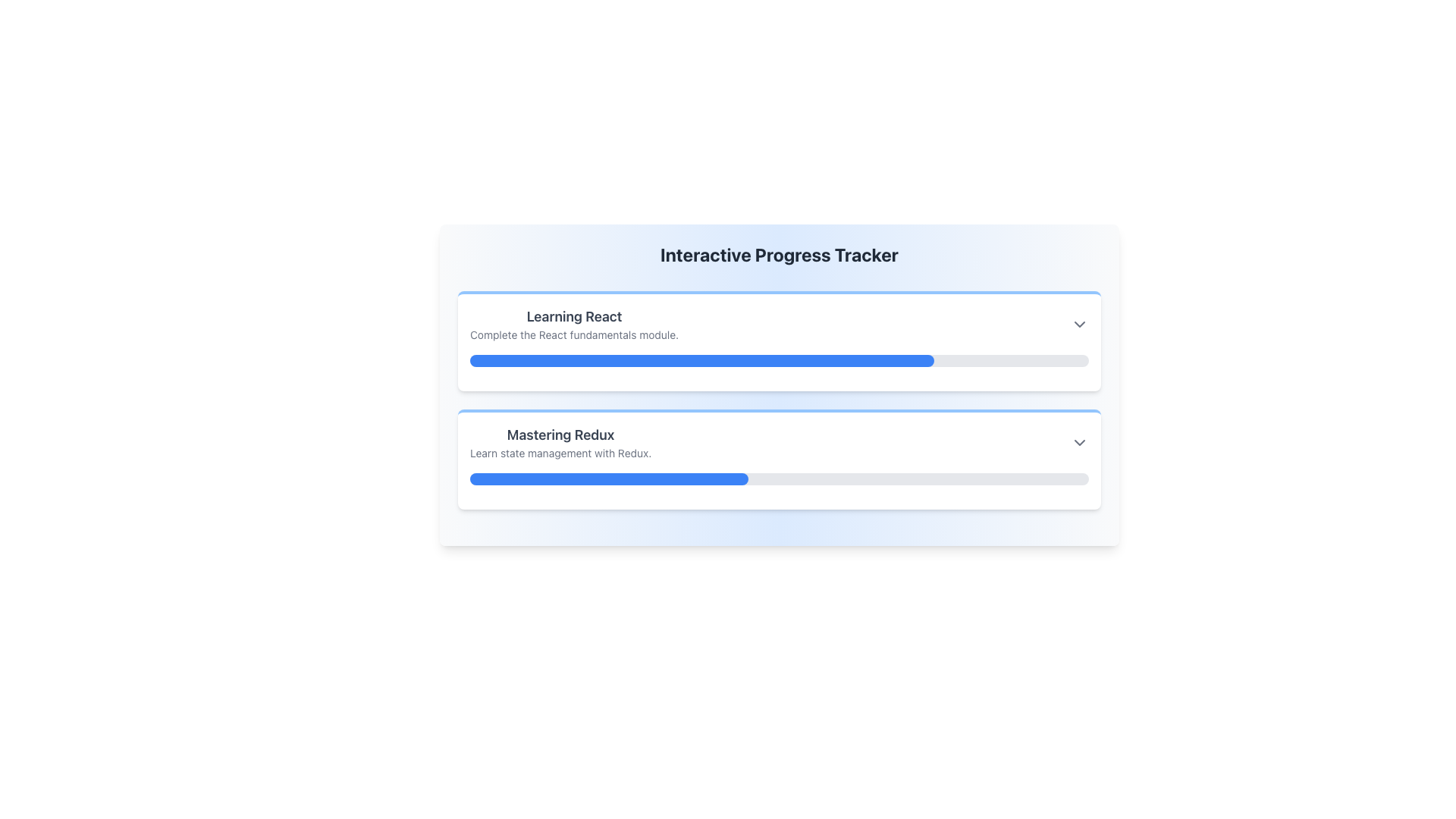 The height and width of the screenshot is (819, 1456). I want to click on the instructional text located below the 'Learning React' header, which provides guidance for completing the React fundamentals module, so click(573, 334).